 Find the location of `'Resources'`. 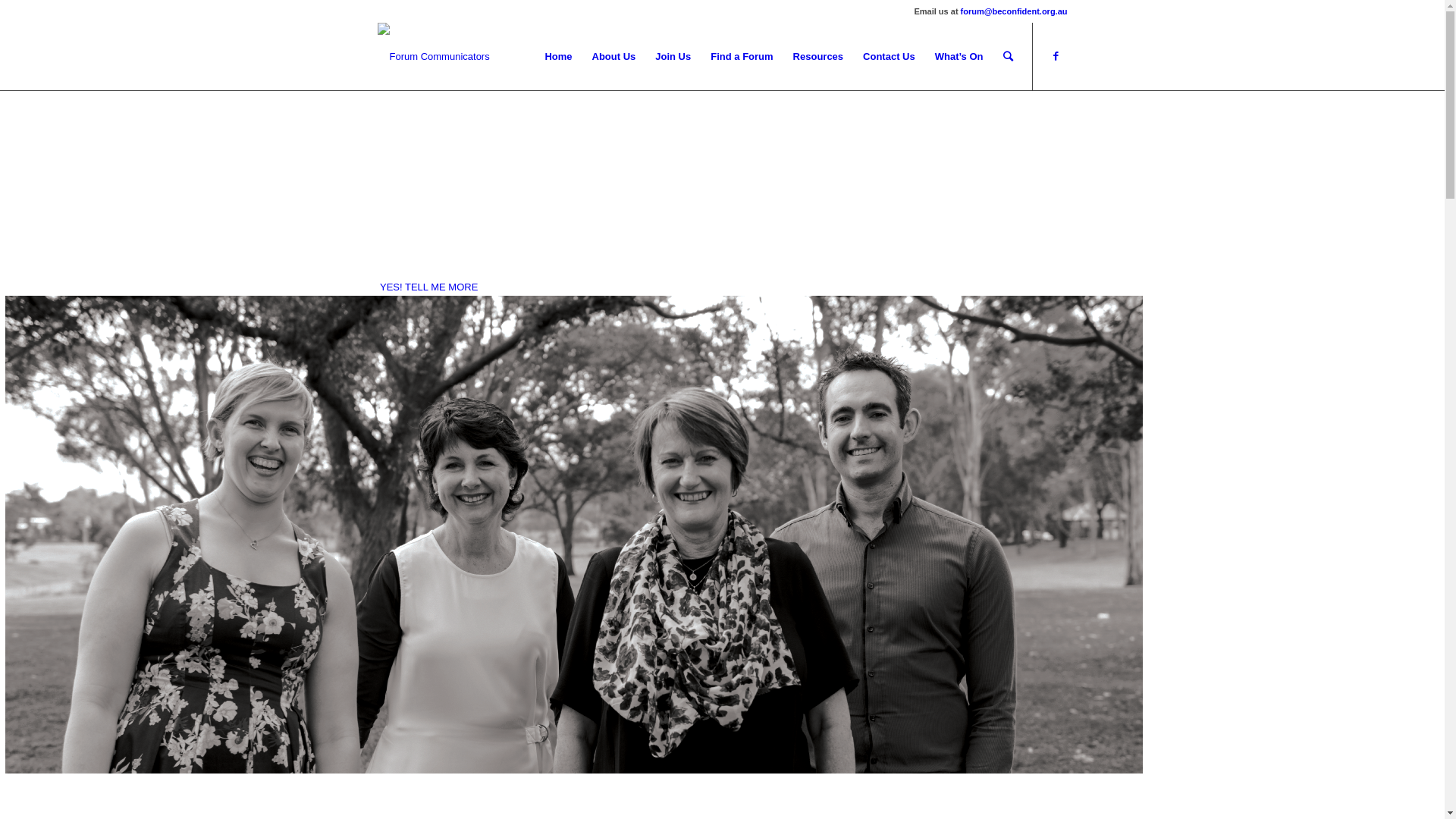

'Resources' is located at coordinates (817, 55).